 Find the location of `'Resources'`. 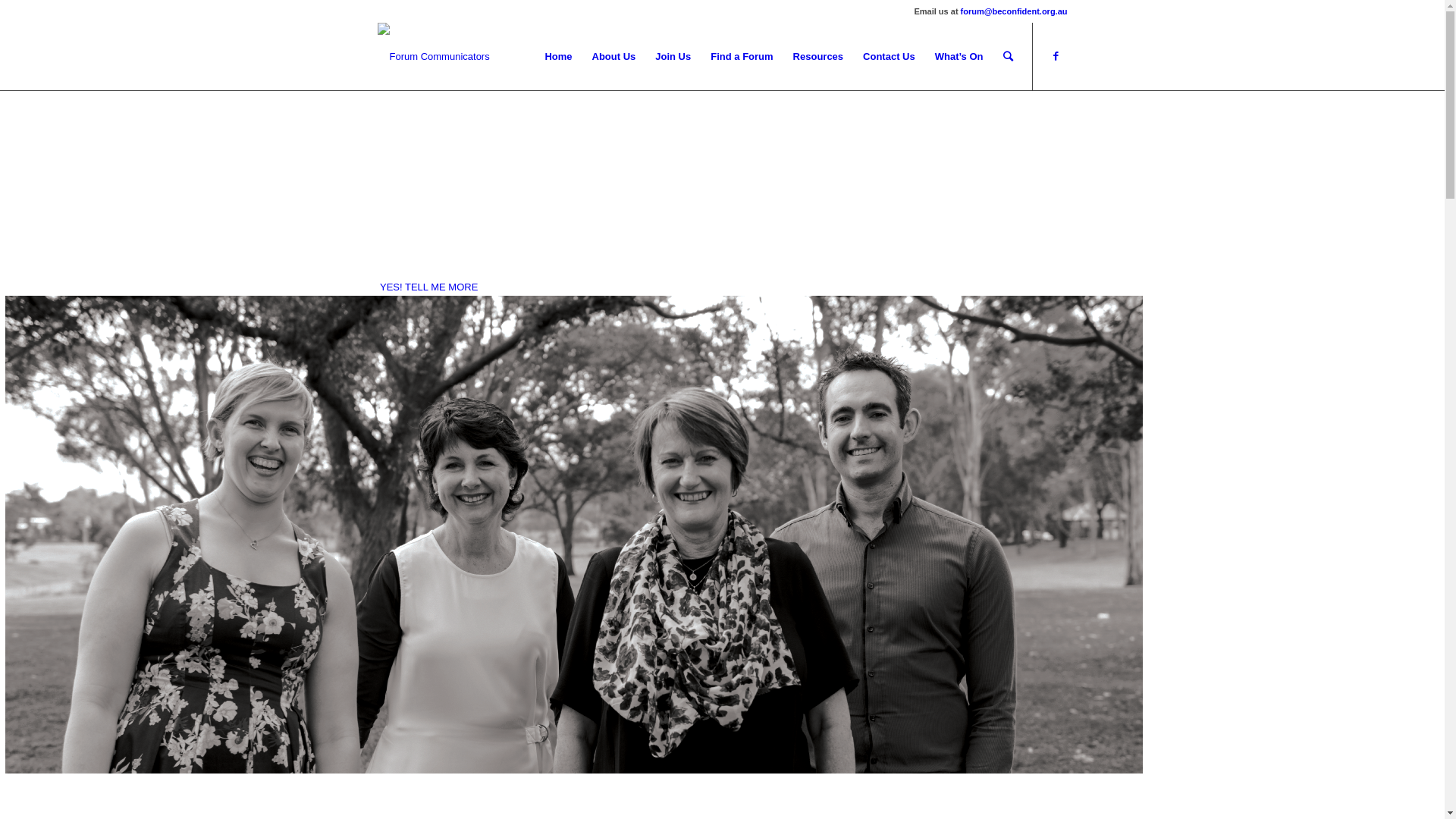

'Resources' is located at coordinates (817, 55).